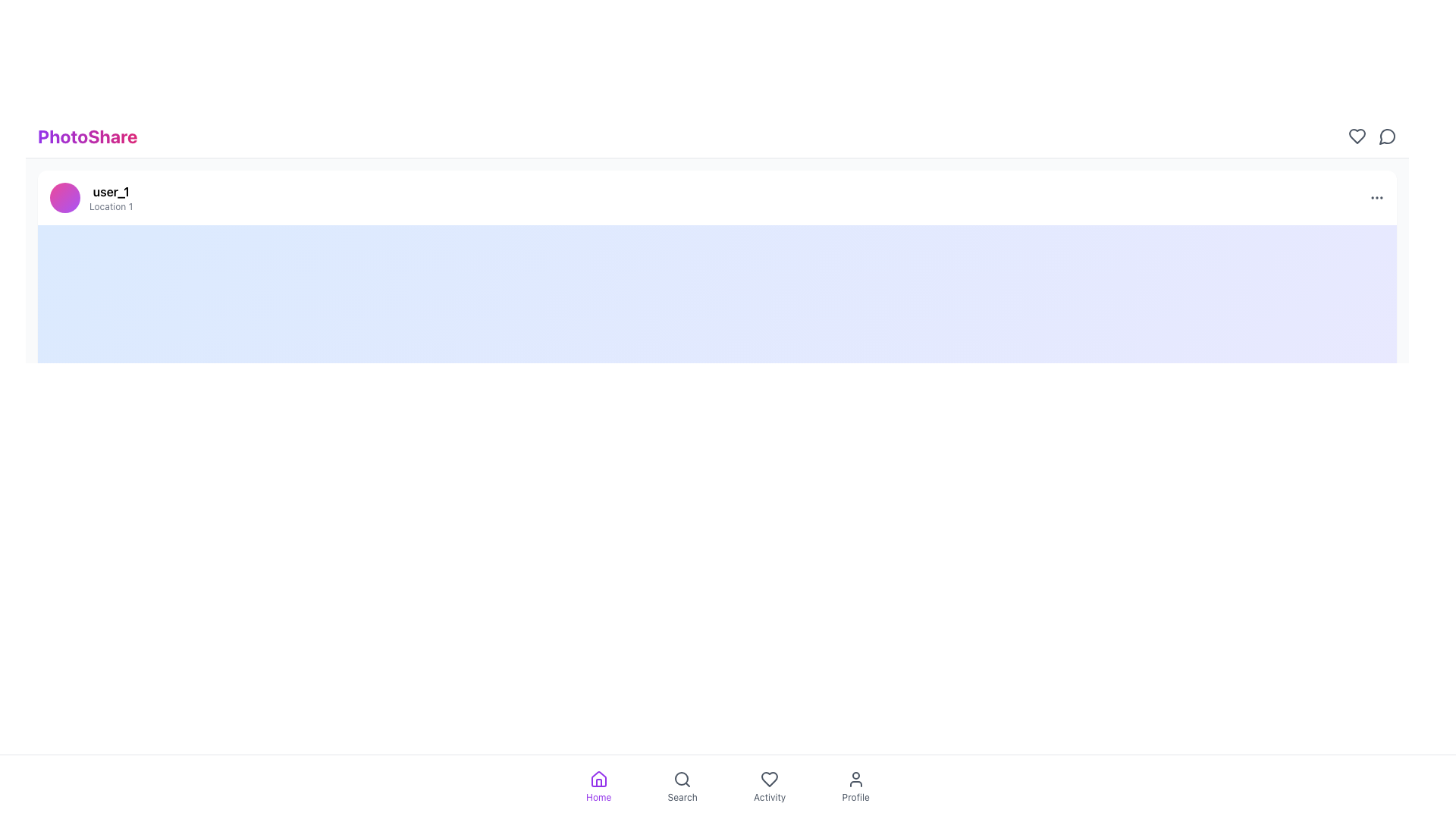 This screenshot has height=819, width=1456. I want to click on the heart icon located in the navigation bar at the bottom of the interface, so click(770, 780).